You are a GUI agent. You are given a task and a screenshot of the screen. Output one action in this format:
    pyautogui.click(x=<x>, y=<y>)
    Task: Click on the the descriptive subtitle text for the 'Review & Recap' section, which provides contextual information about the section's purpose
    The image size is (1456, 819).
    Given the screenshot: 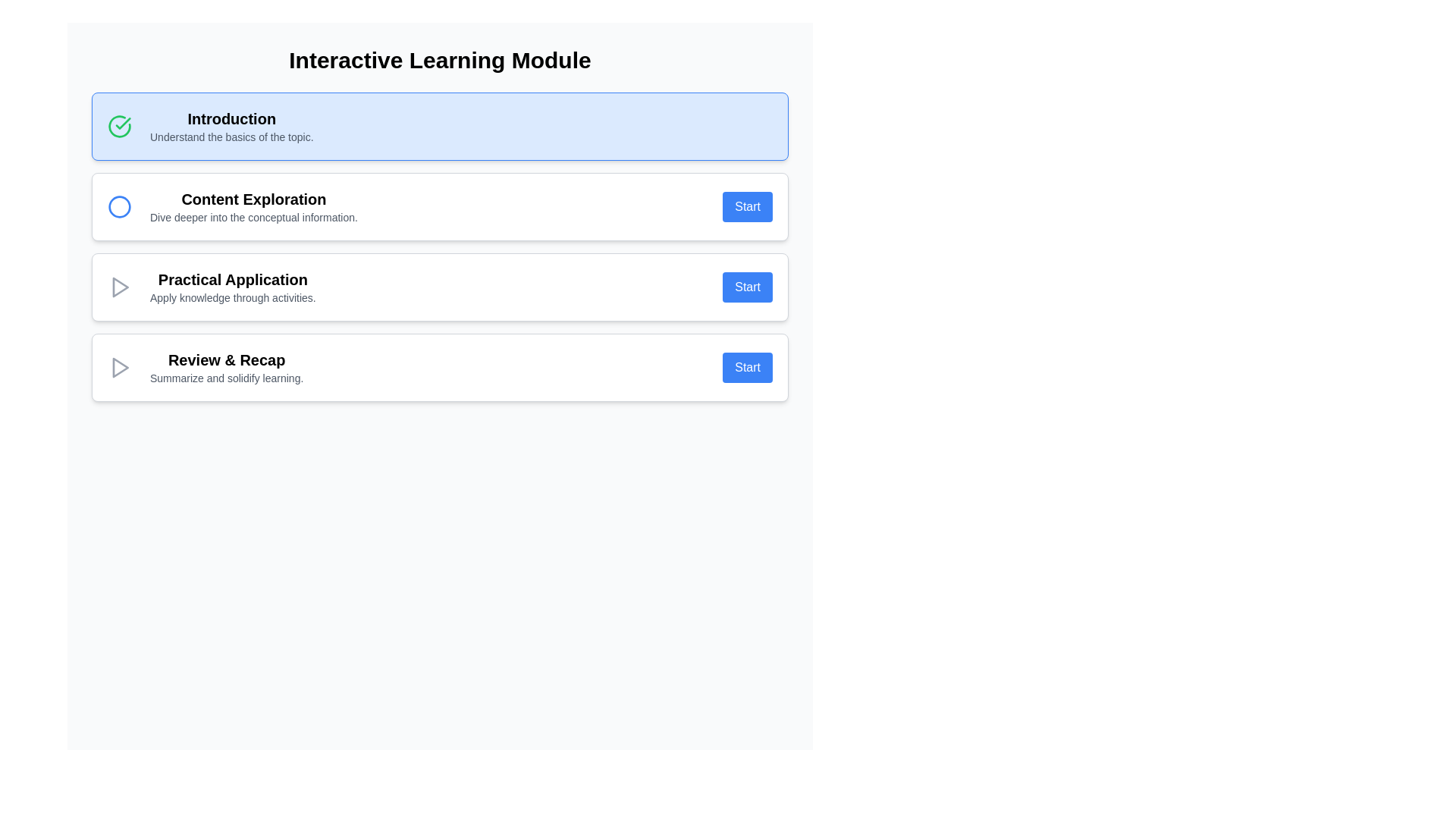 What is the action you would take?
    pyautogui.click(x=226, y=377)
    